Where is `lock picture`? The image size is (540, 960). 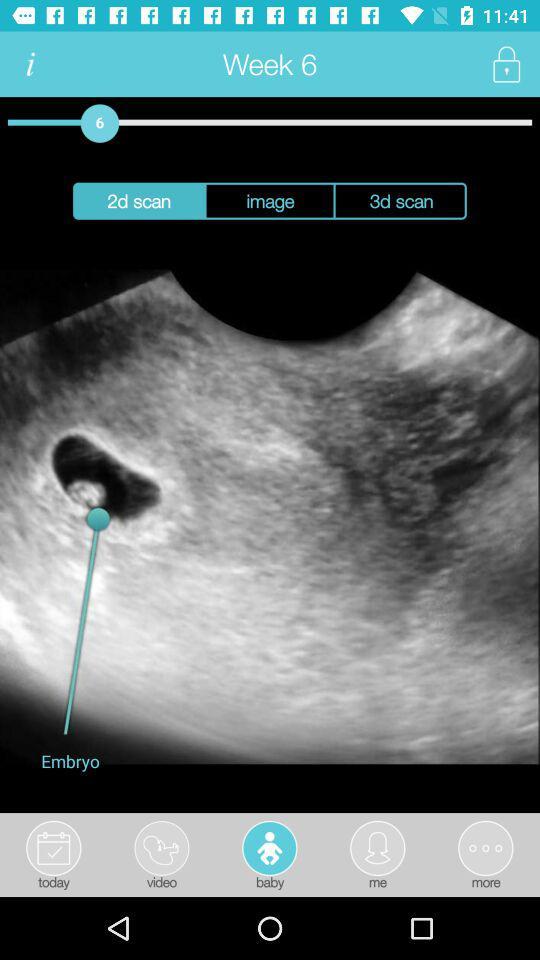 lock picture is located at coordinates (505, 64).